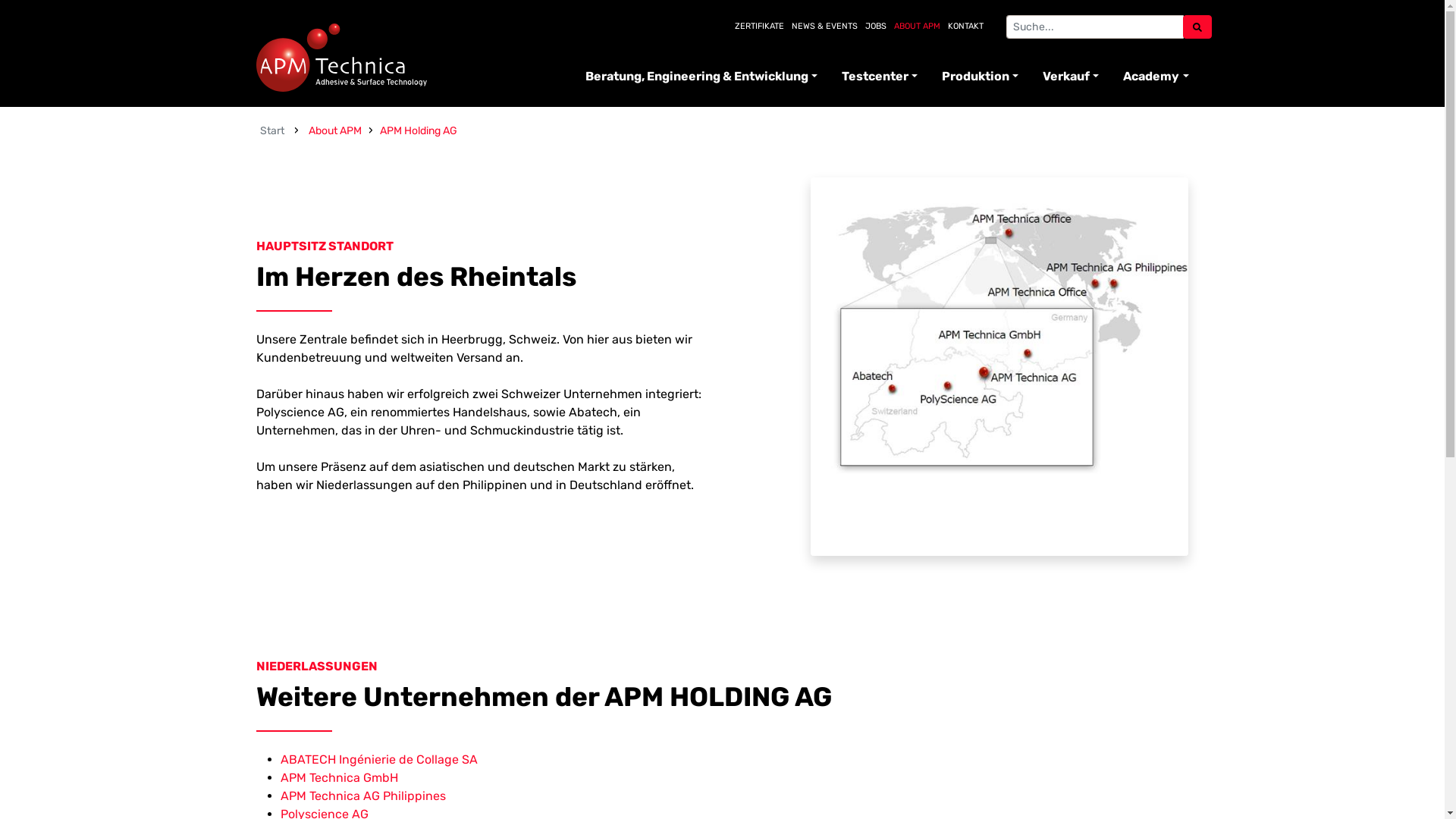 The width and height of the screenshot is (1456, 819). What do you see at coordinates (256, 130) in the screenshot?
I see `'Start'` at bounding box center [256, 130].